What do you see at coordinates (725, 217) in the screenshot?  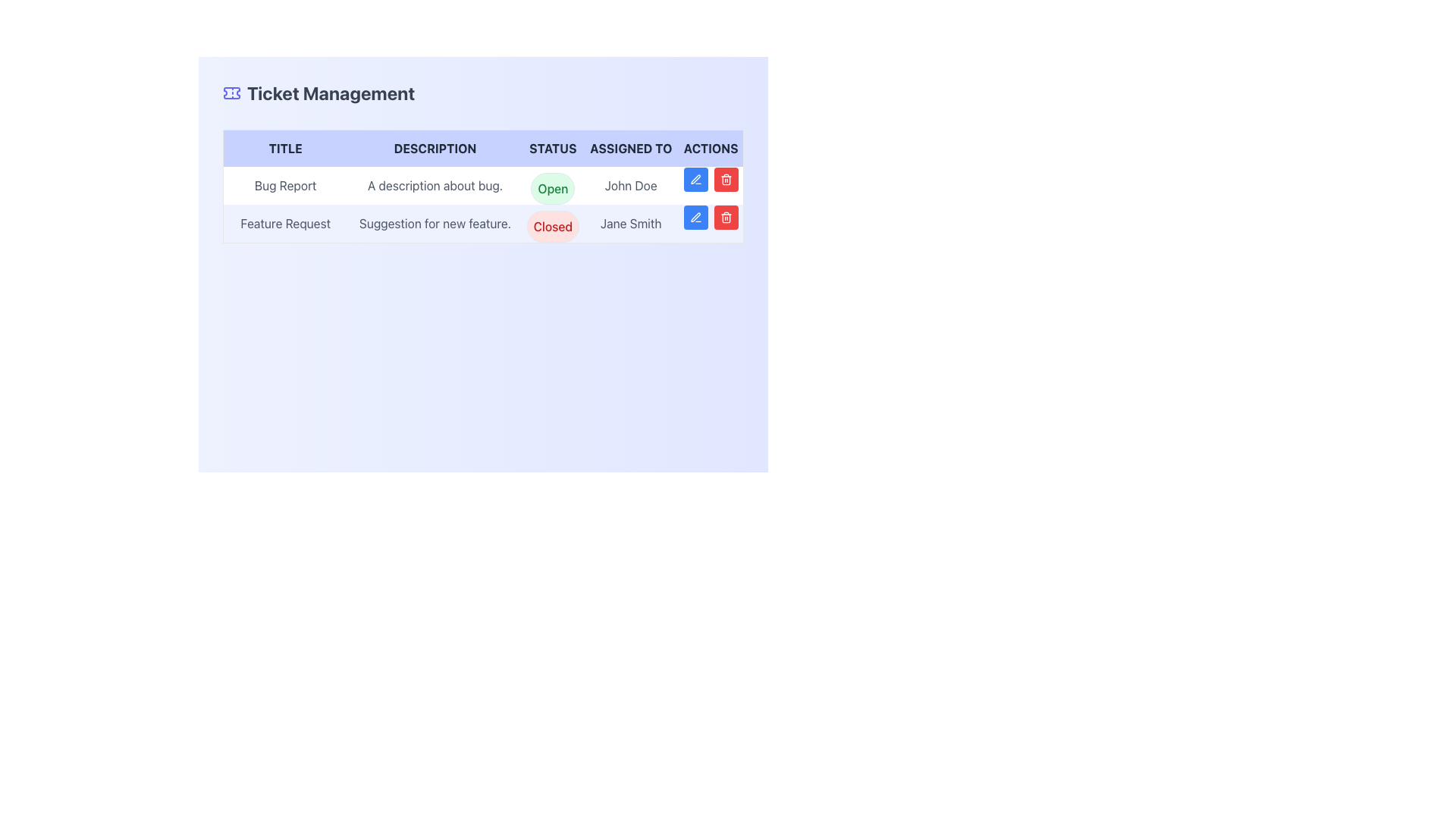 I see `the delete button with a trash can icon located in the 'Actions' column of the second row in the table, next to the 'Assigned To' column with text 'Jane Smith'` at bounding box center [725, 217].